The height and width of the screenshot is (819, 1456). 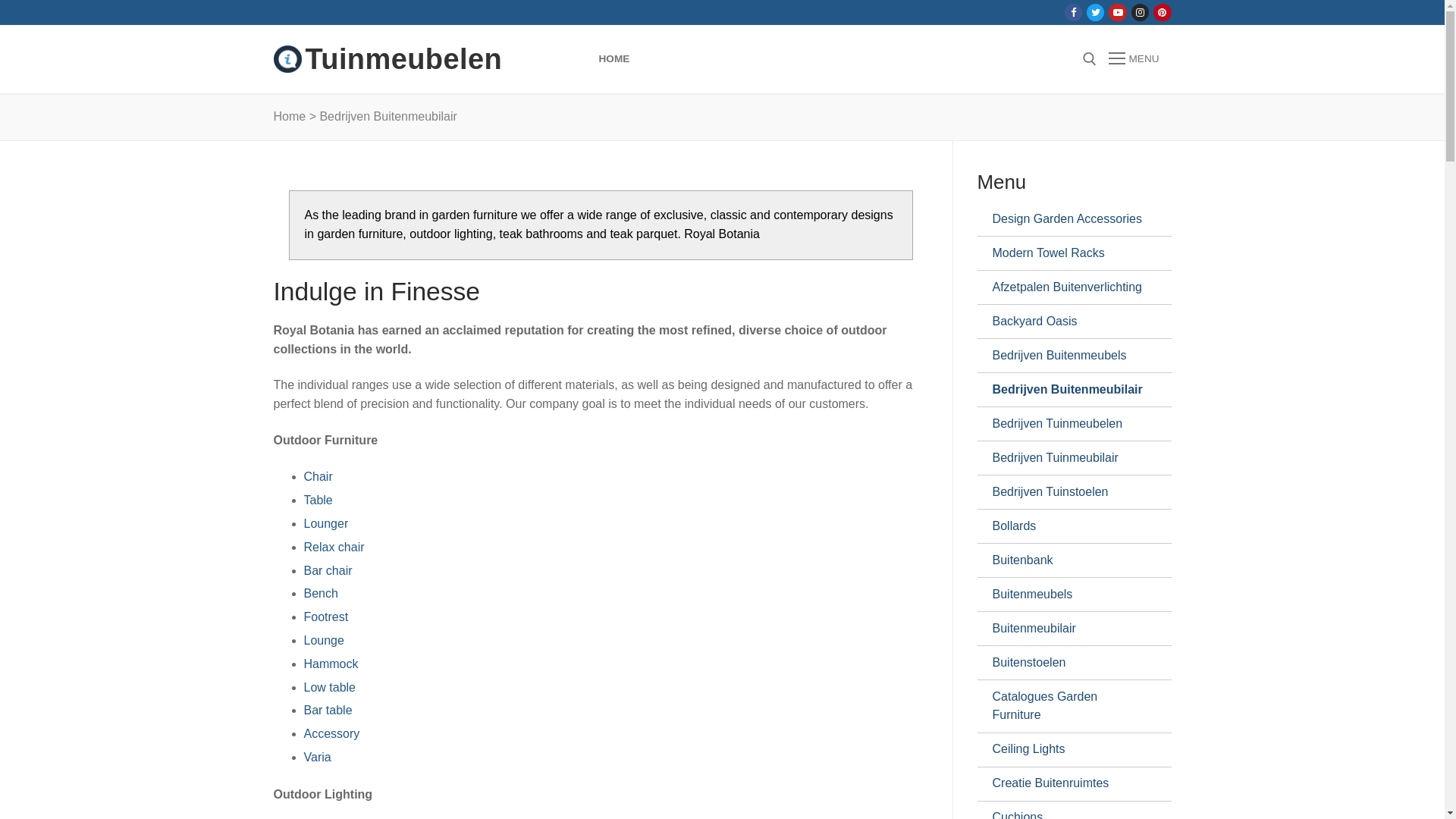 I want to click on 'Table', so click(x=316, y=500).